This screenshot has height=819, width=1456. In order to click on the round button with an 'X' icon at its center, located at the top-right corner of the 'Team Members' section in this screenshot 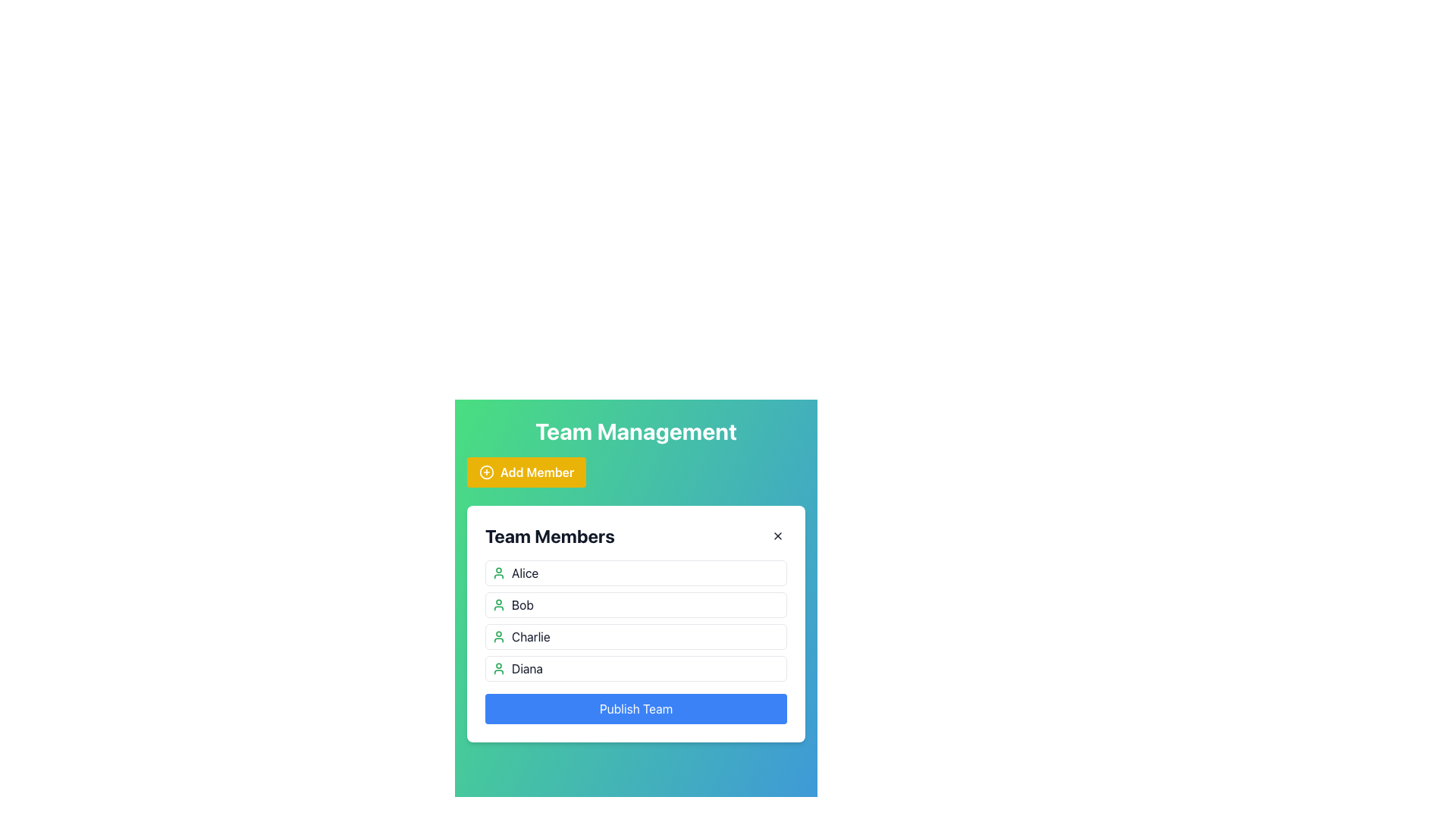, I will do `click(778, 535)`.